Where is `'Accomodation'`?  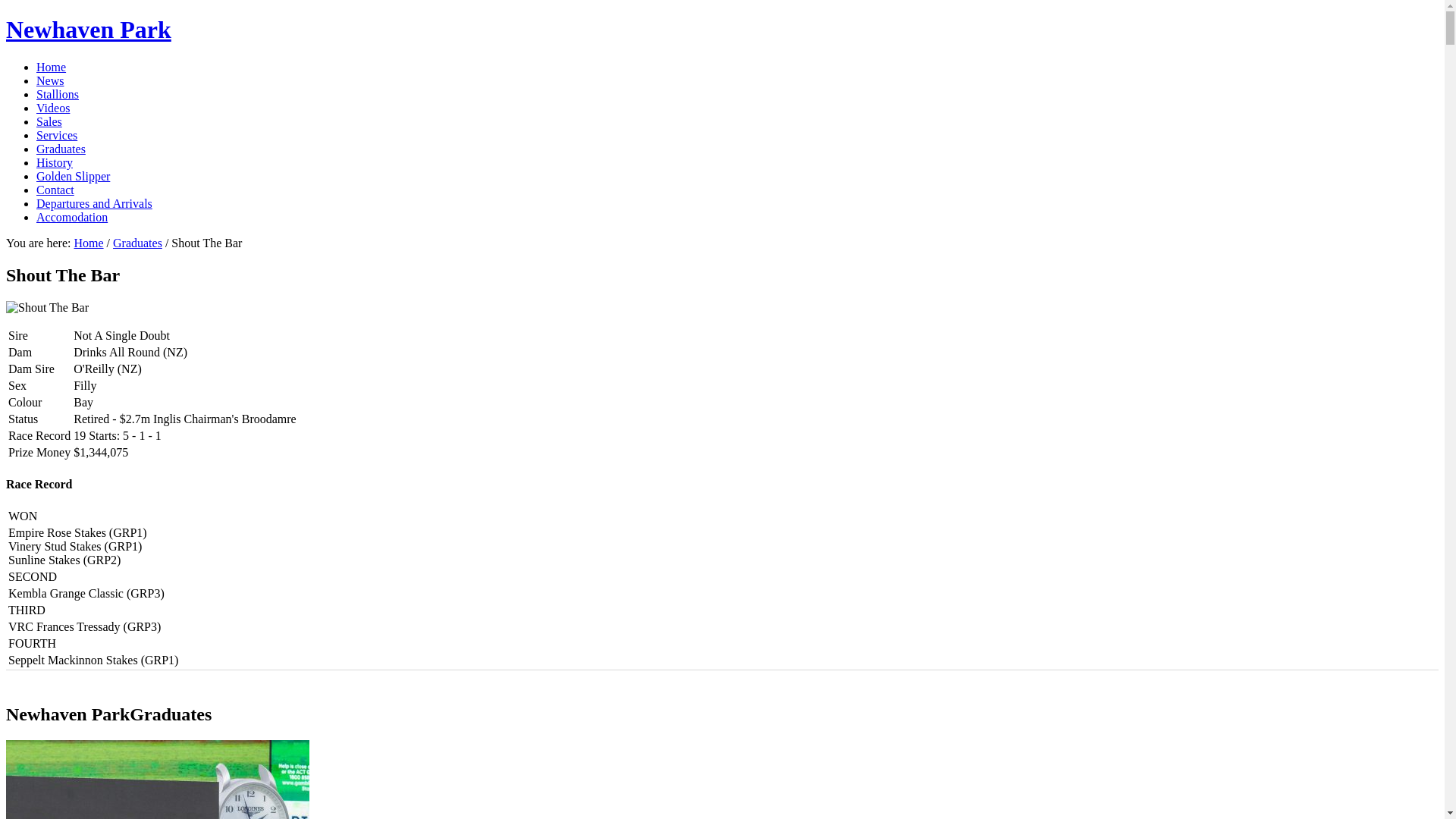
'Accomodation' is located at coordinates (71, 217).